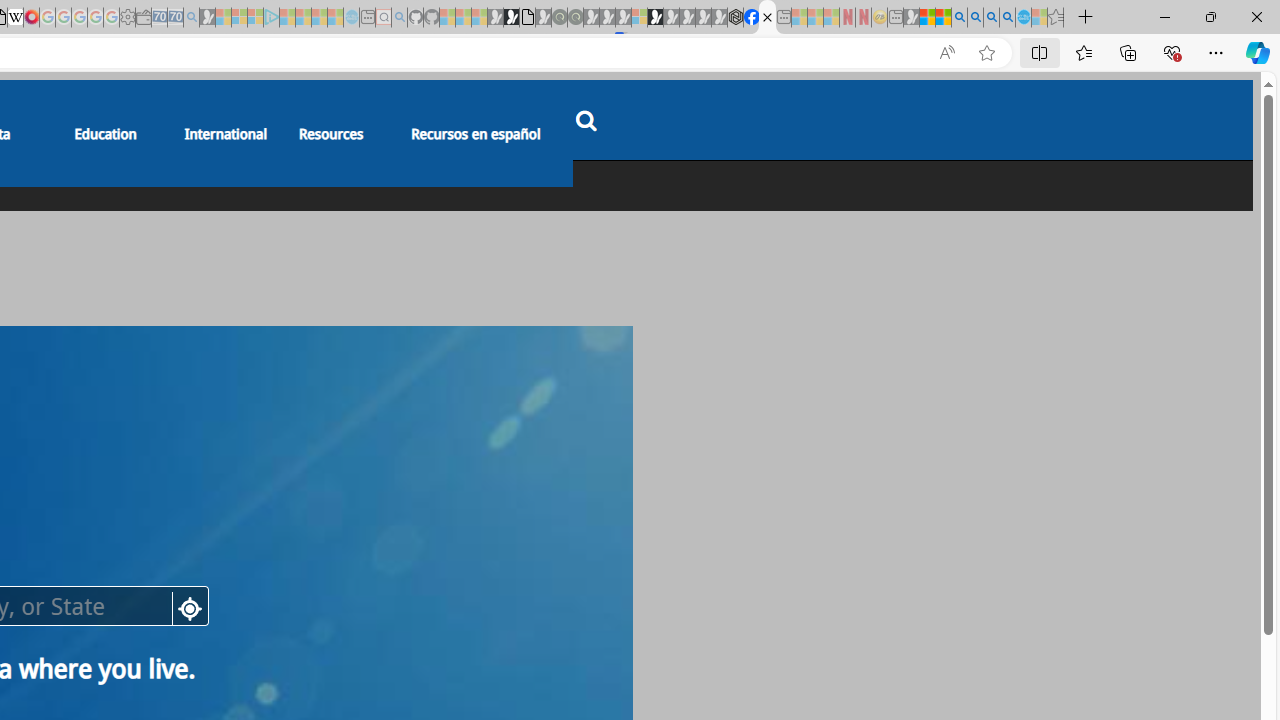 This screenshot has height=720, width=1280. I want to click on 'Nordace | Facebook', so click(750, 17).